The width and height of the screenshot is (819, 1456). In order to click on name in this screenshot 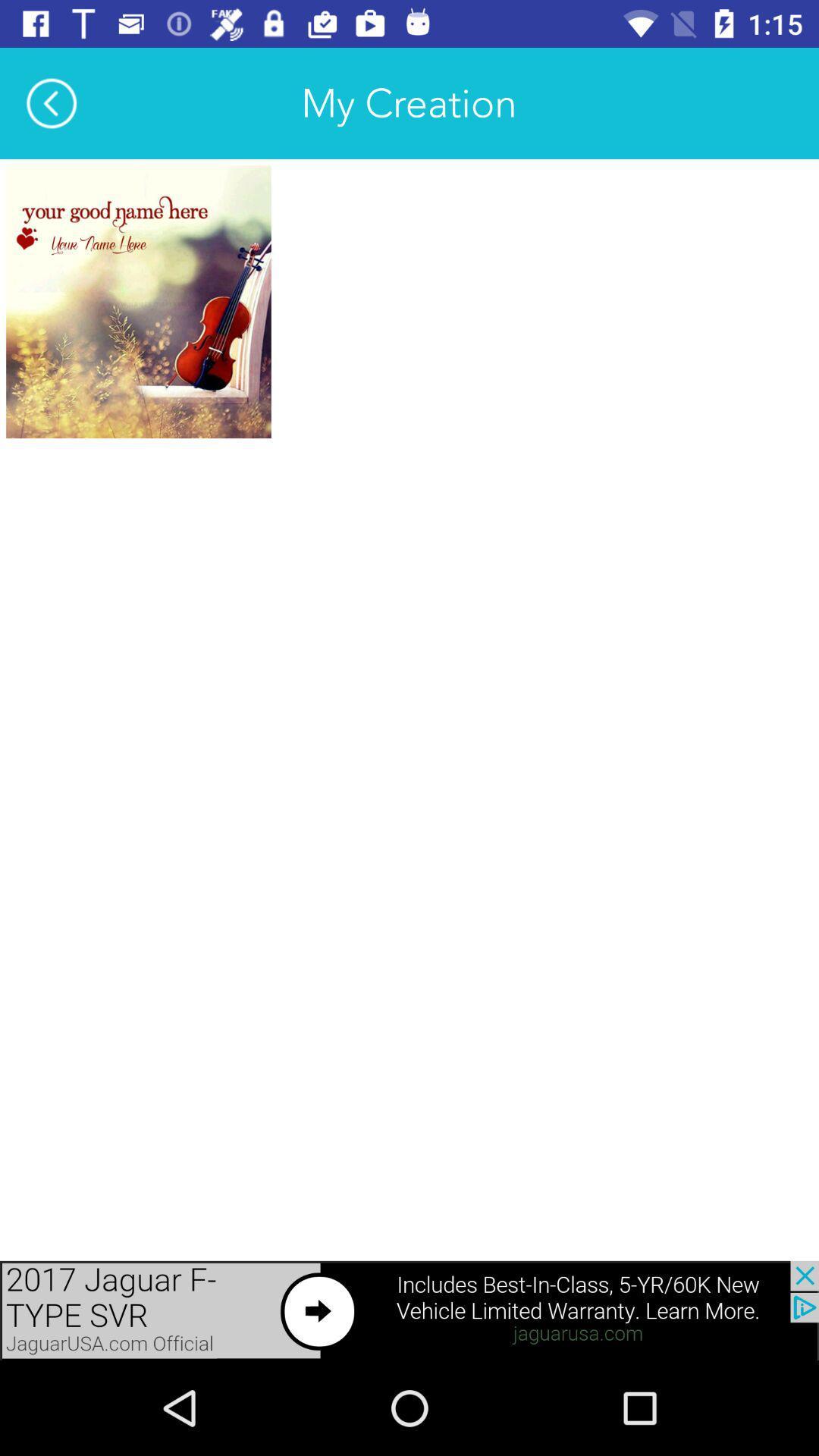, I will do `click(138, 302)`.